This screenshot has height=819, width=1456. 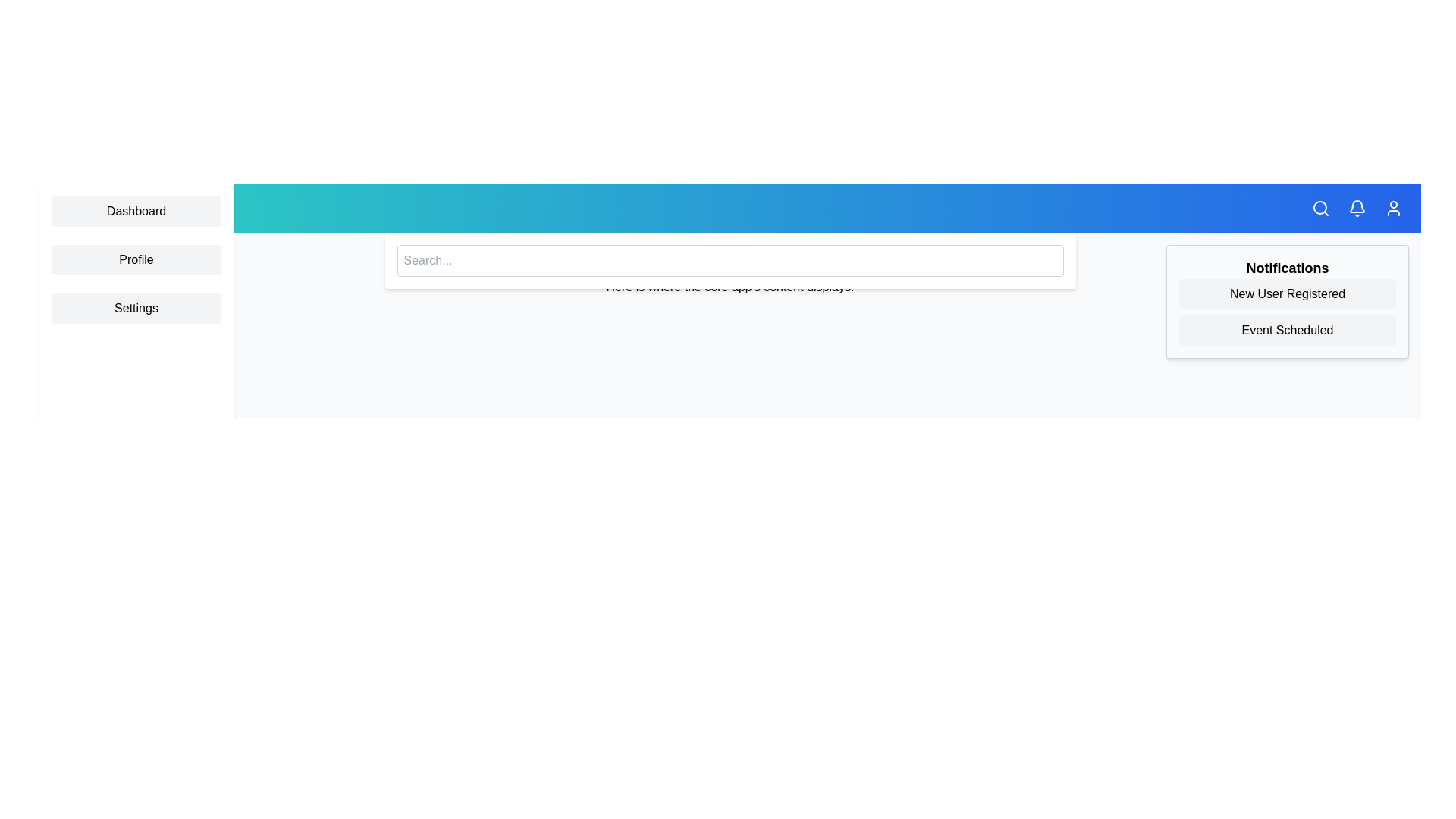 What do you see at coordinates (136, 308) in the screenshot?
I see `the 'Settings' button located in the left vertical menu panel to change its background color` at bounding box center [136, 308].